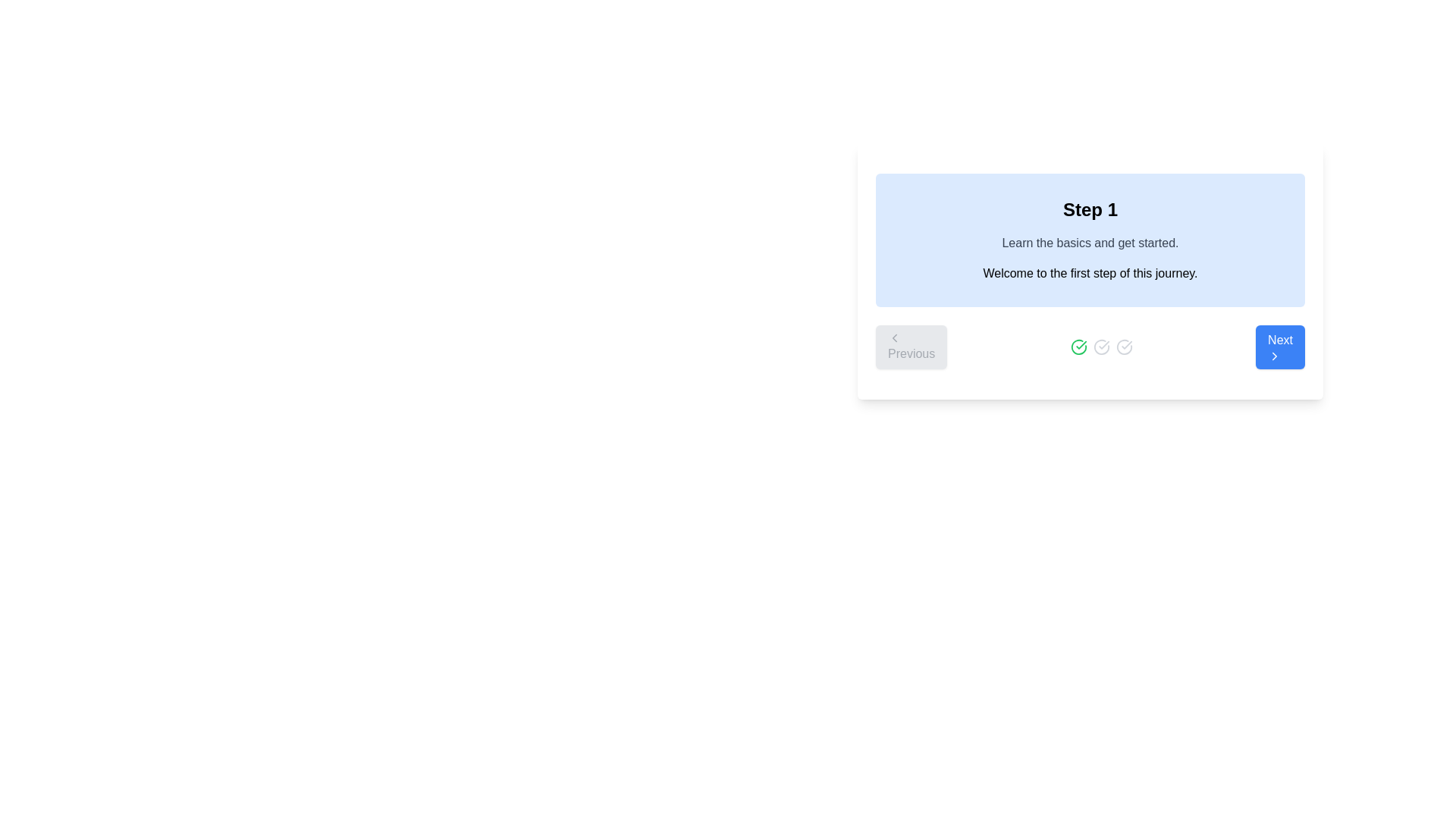 The image size is (1456, 819). Describe the element at coordinates (911, 347) in the screenshot. I see `the disabled 'Previous' button located at the bottom left of the interface, which is part of a multi-step process` at that location.